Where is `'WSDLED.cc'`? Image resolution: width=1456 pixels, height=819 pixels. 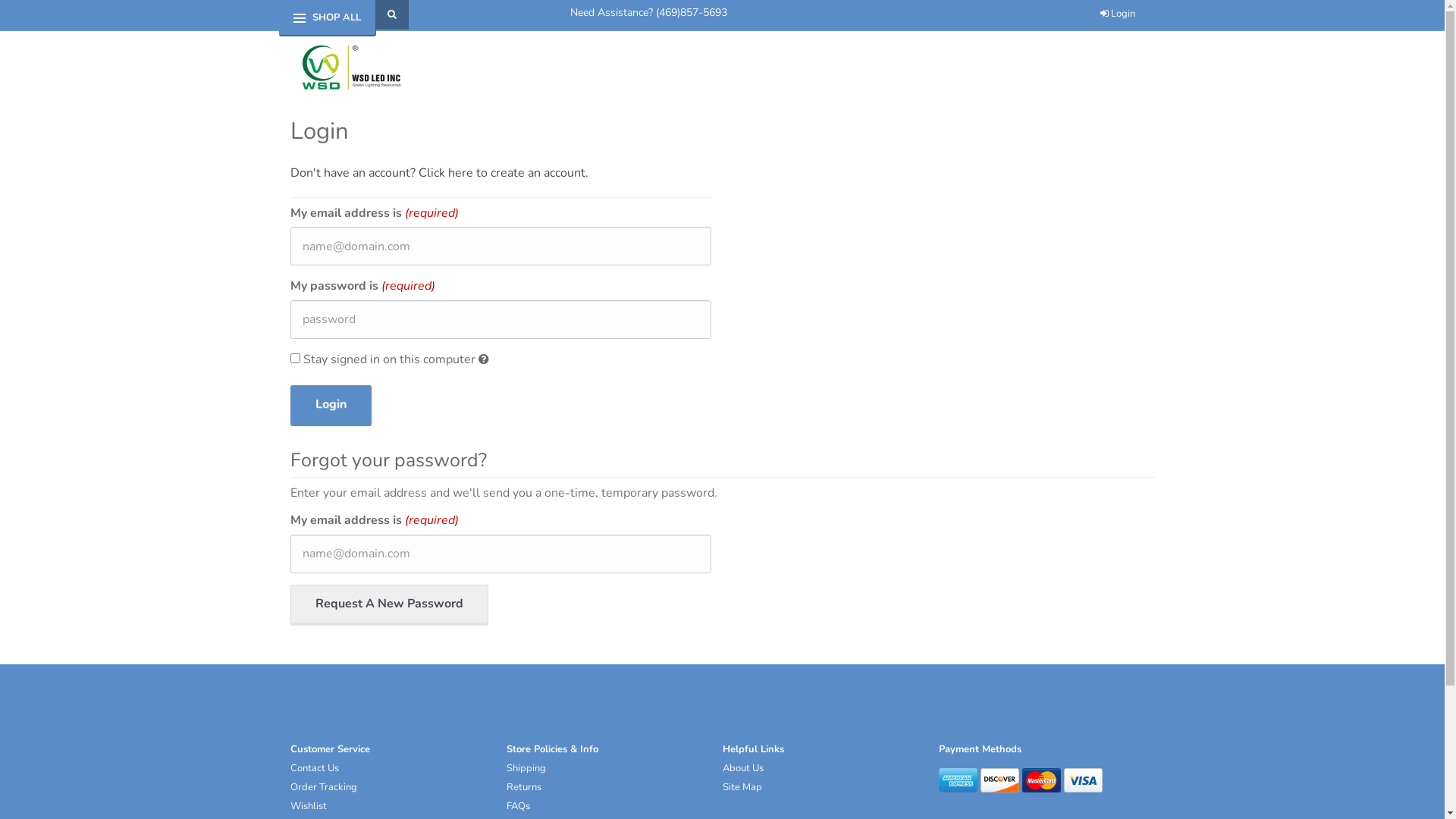 'WSDLED.cc' is located at coordinates (290, 66).